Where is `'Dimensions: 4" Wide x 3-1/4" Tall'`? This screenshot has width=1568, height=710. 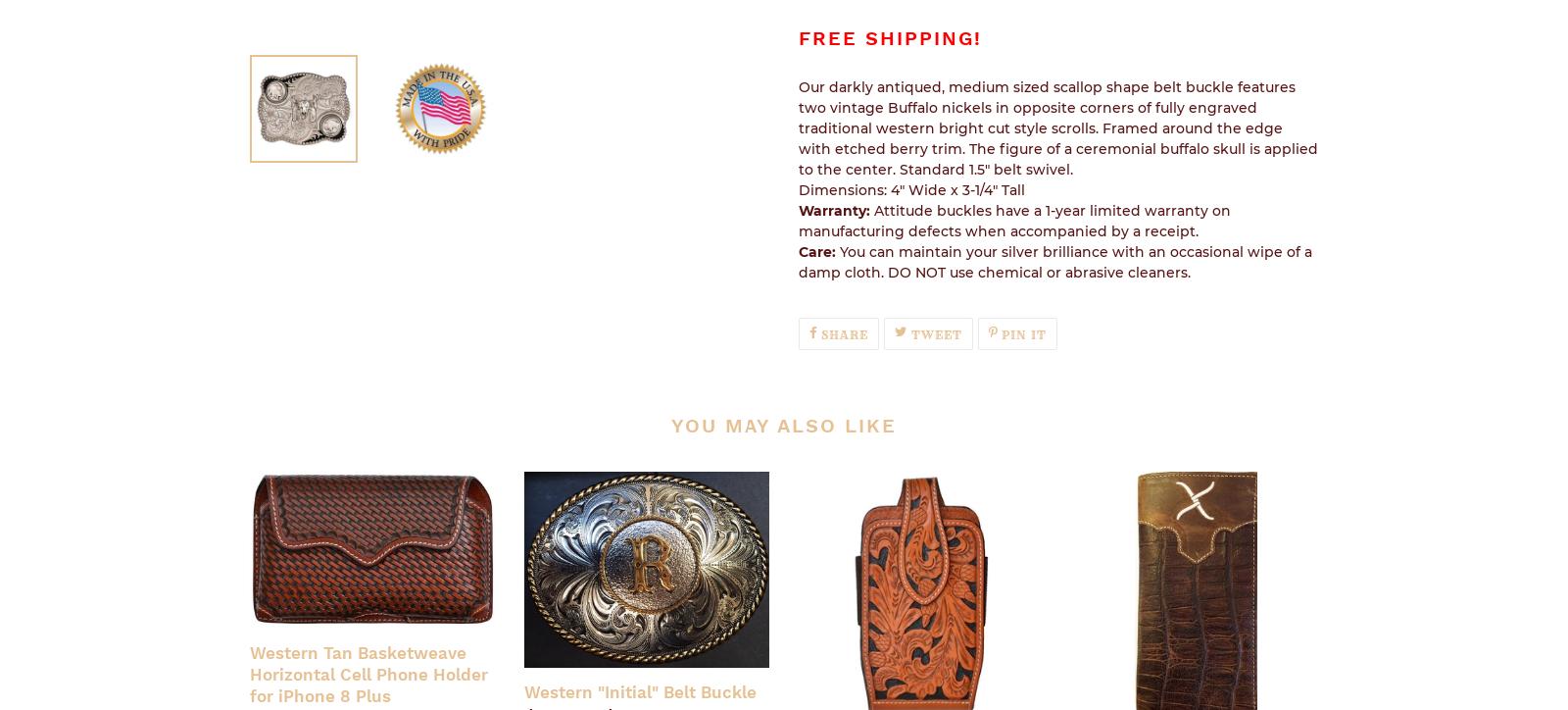
'Dimensions: 4" Wide x 3-1/4" Tall' is located at coordinates (910, 189).